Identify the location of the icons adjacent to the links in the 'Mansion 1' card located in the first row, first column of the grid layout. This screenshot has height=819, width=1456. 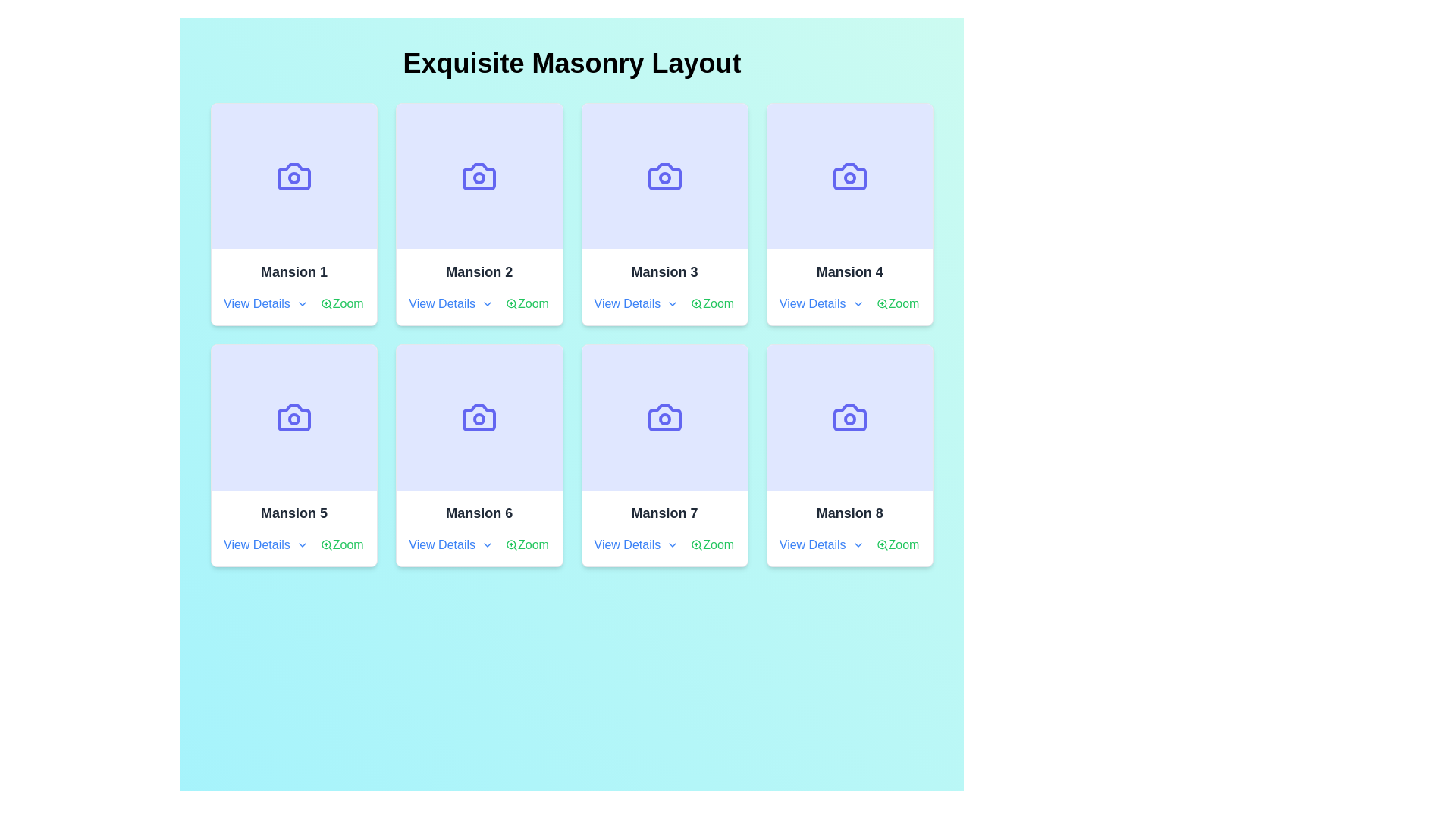
(294, 304).